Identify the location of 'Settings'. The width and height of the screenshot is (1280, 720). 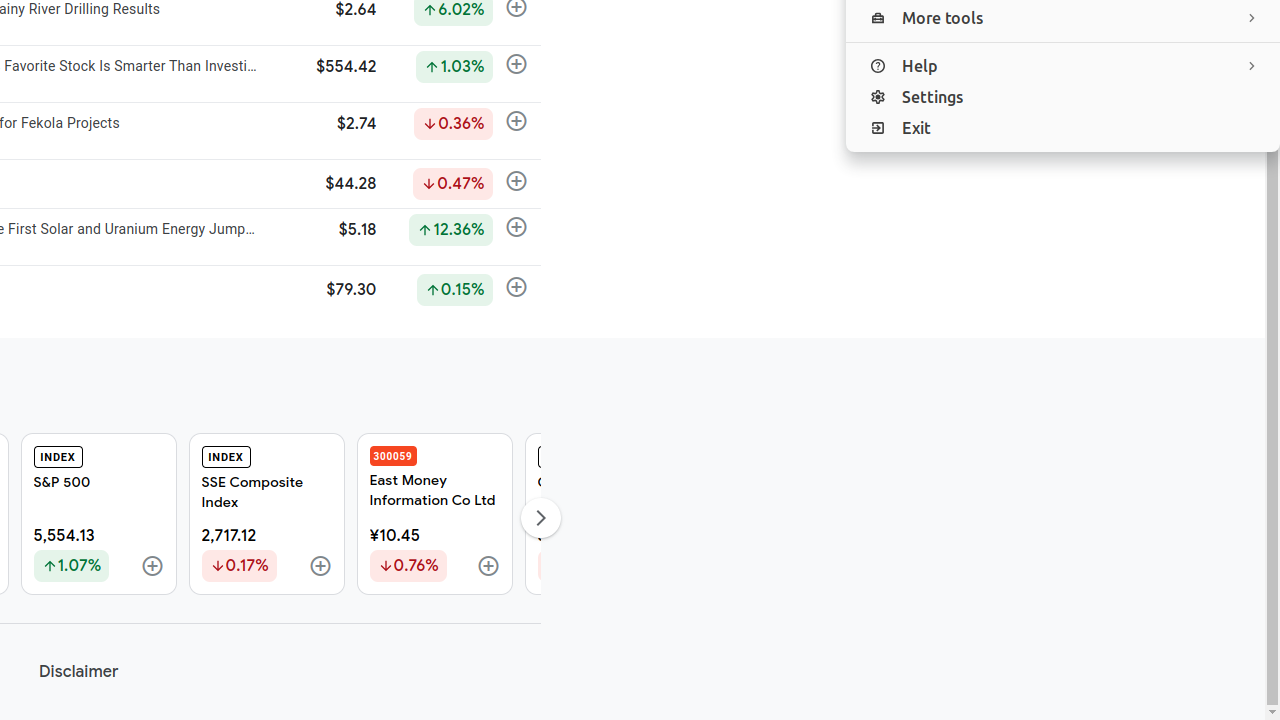
(1062, 97).